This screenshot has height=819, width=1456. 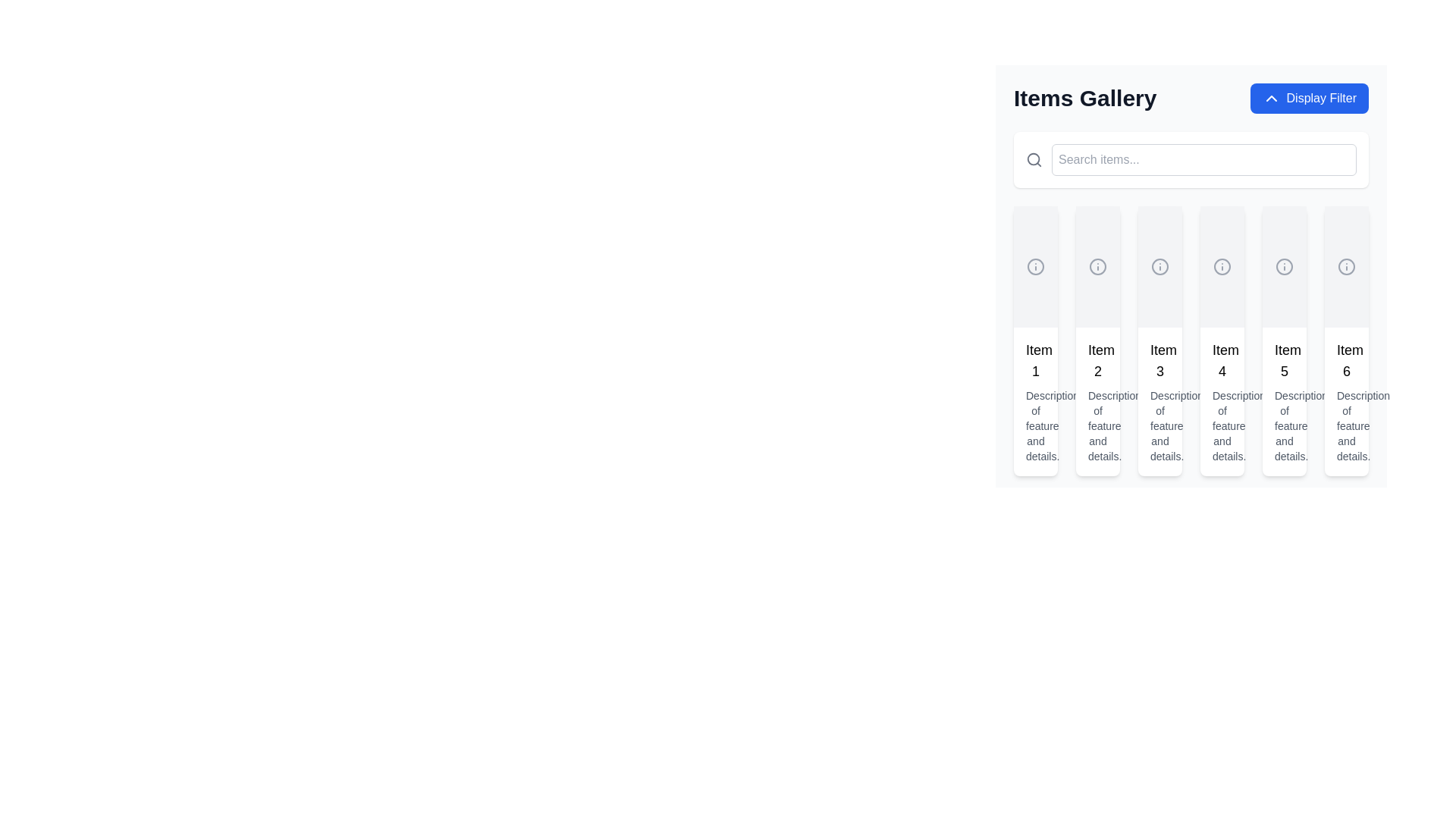 I want to click on the text label 'Item 3', which is styled in a larger, bold font and positioned at the top of its card element, so click(x=1159, y=360).